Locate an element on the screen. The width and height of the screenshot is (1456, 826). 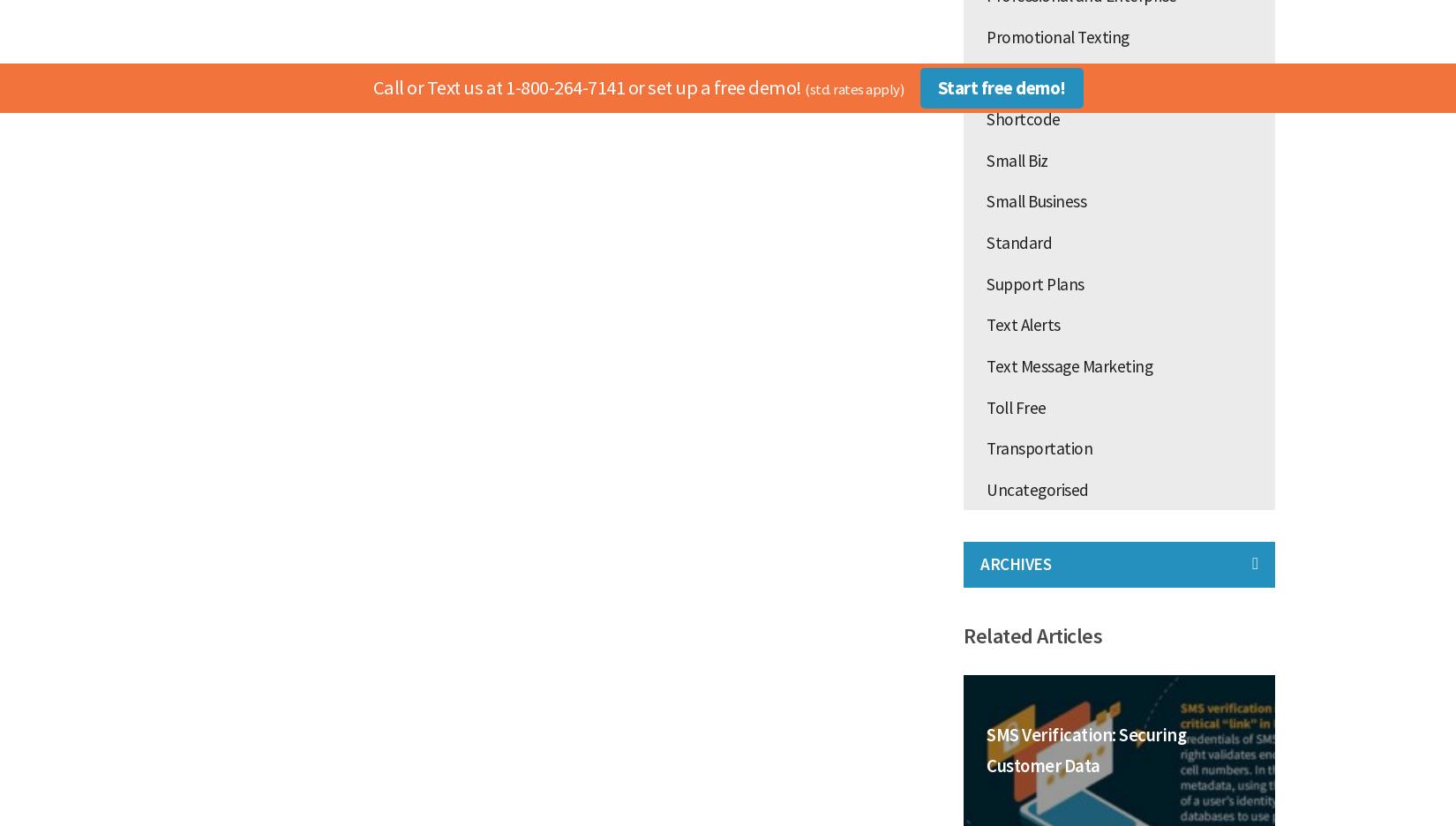
'Promotional Texting' is located at coordinates (1057, 35).